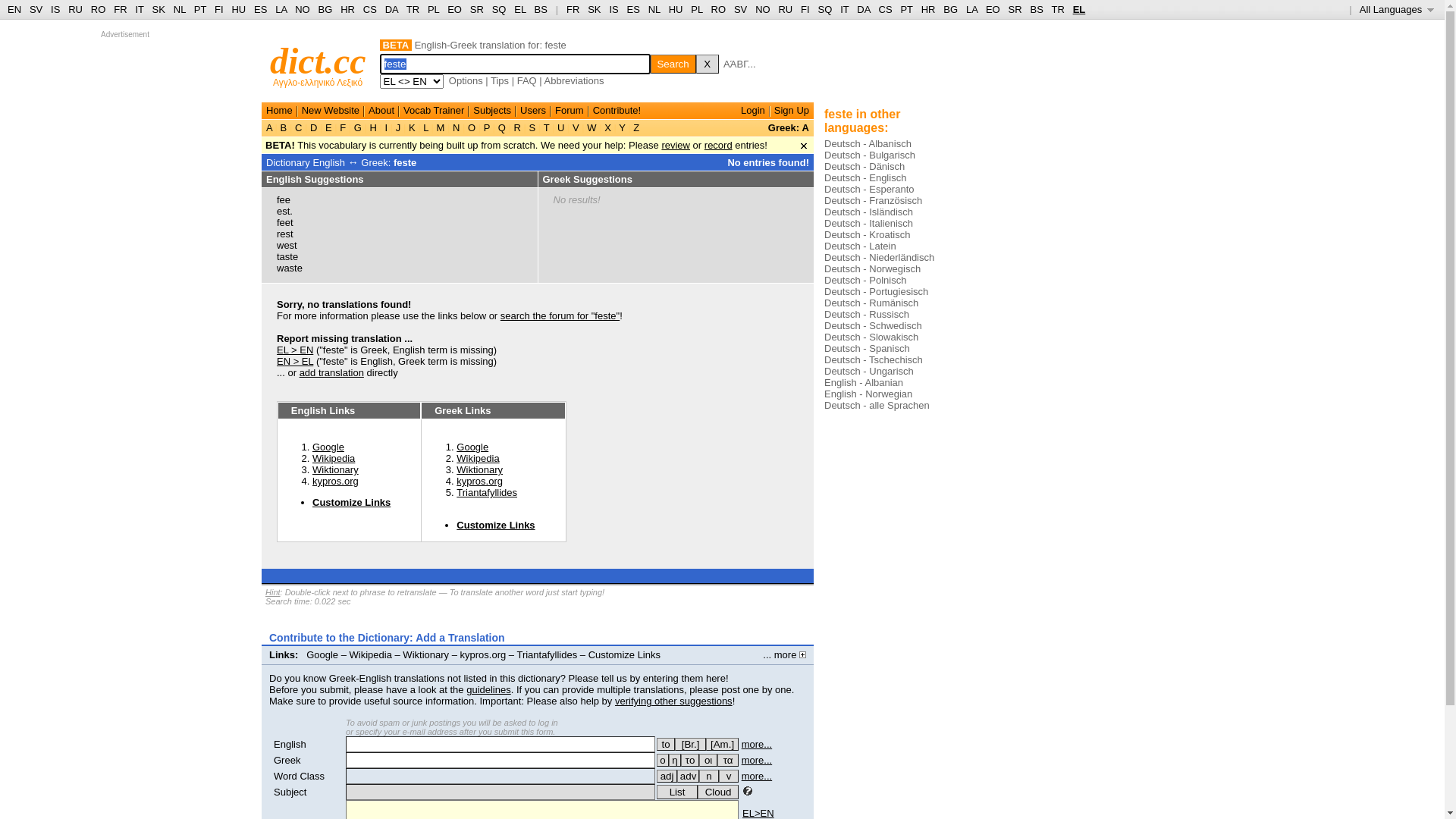 Image resolution: width=1456 pixels, height=819 pixels. What do you see at coordinates (330, 109) in the screenshot?
I see `'New Website'` at bounding box center [330, 109].